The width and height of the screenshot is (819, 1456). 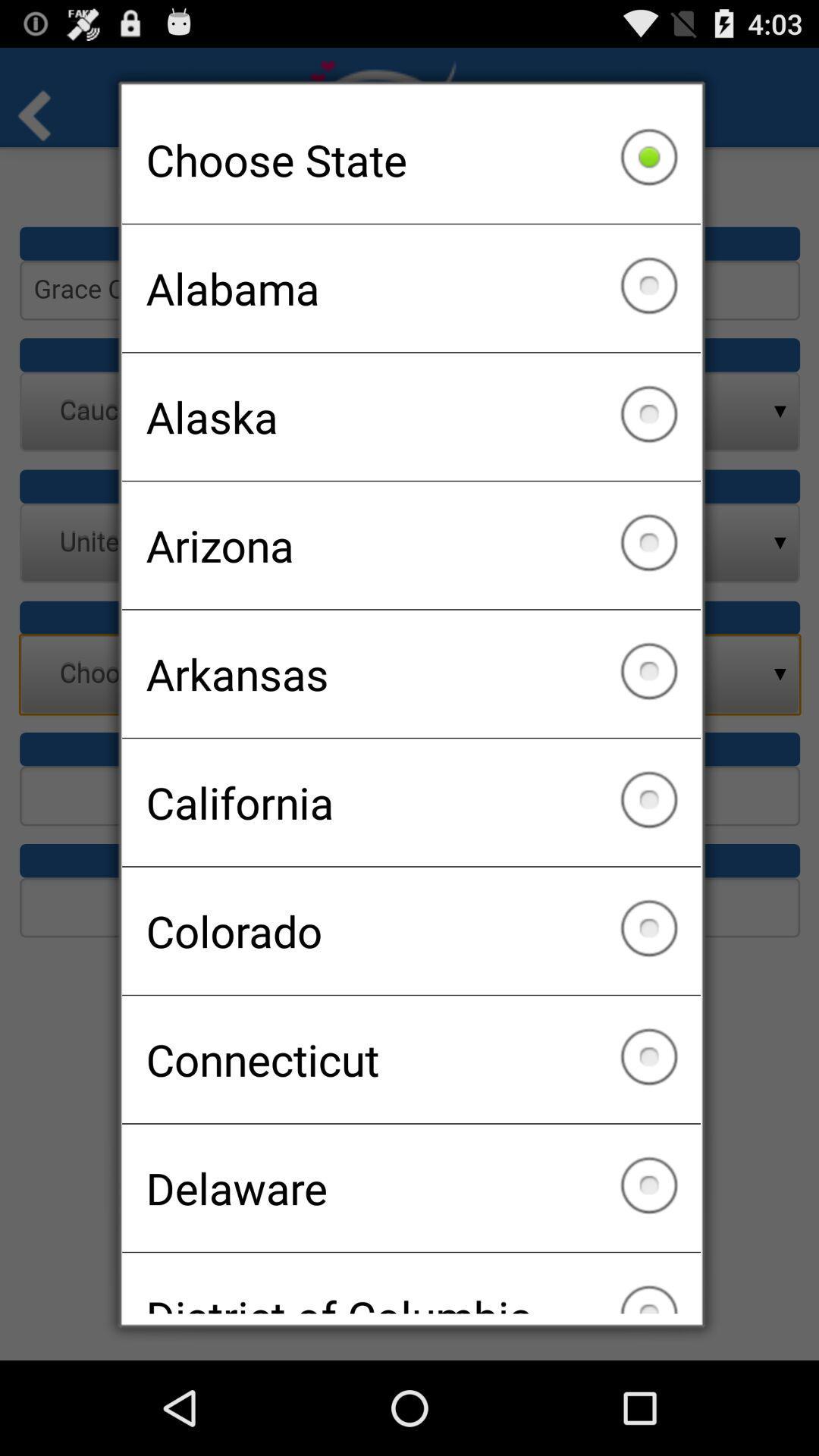 I want to click on checkbox above the colorado item, so click(x=411, y=802).